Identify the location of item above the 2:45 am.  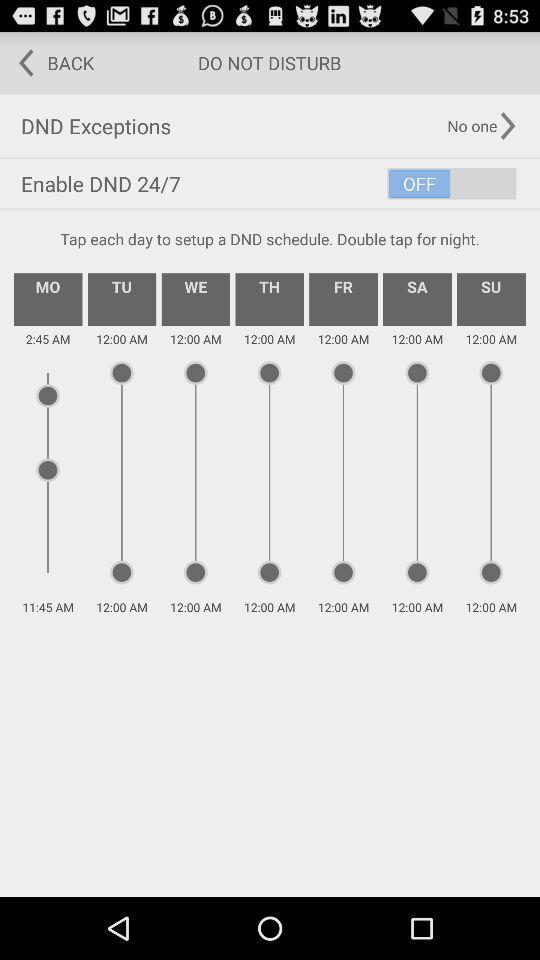
(122, 298).